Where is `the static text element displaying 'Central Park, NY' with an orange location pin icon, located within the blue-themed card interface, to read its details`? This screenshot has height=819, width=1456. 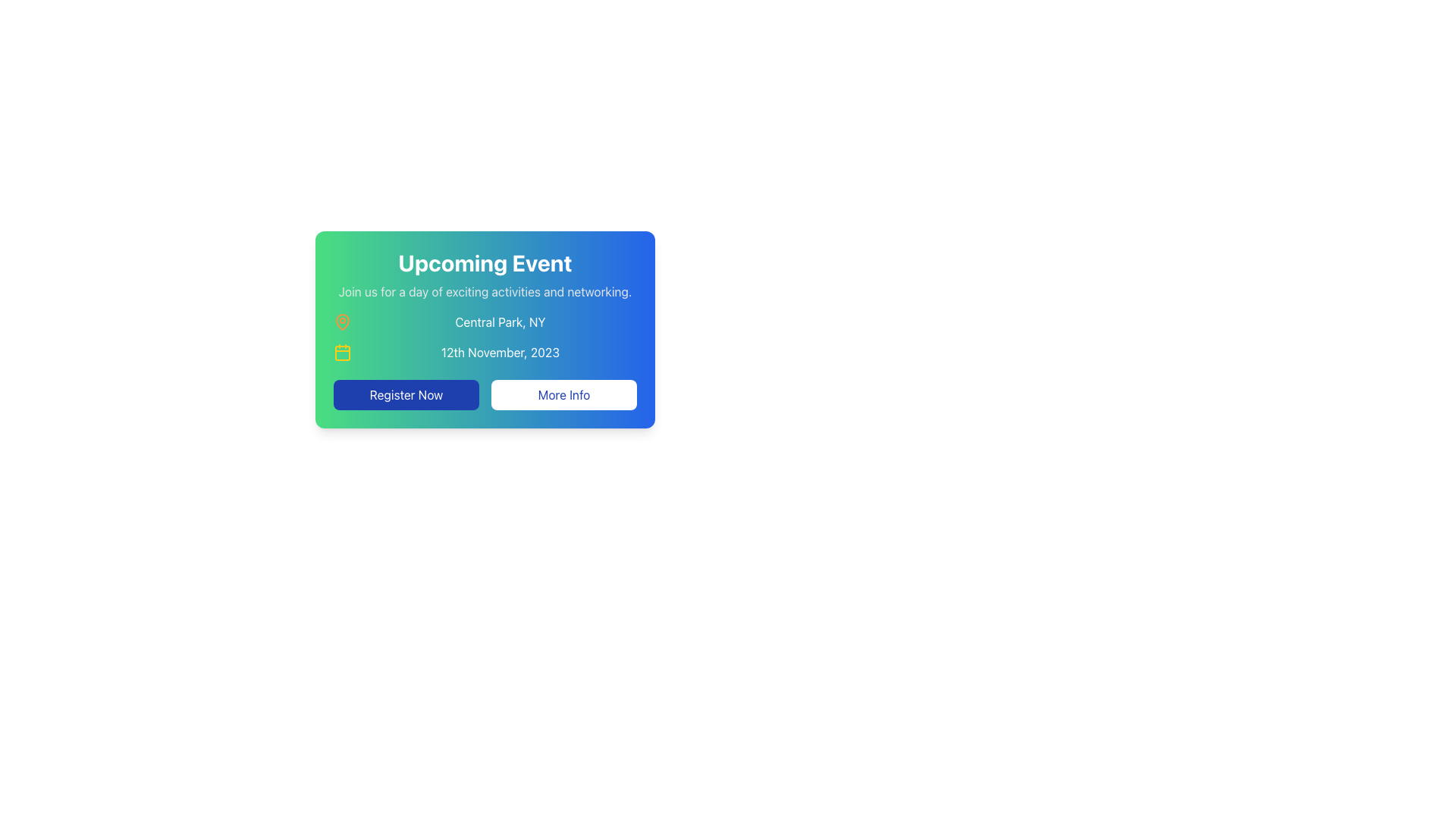 the static text element displaying 'Central Park, NY' with an orange location pin icon, located within the blue-themed card interface, to read its details is located at coordinates (484, 321).